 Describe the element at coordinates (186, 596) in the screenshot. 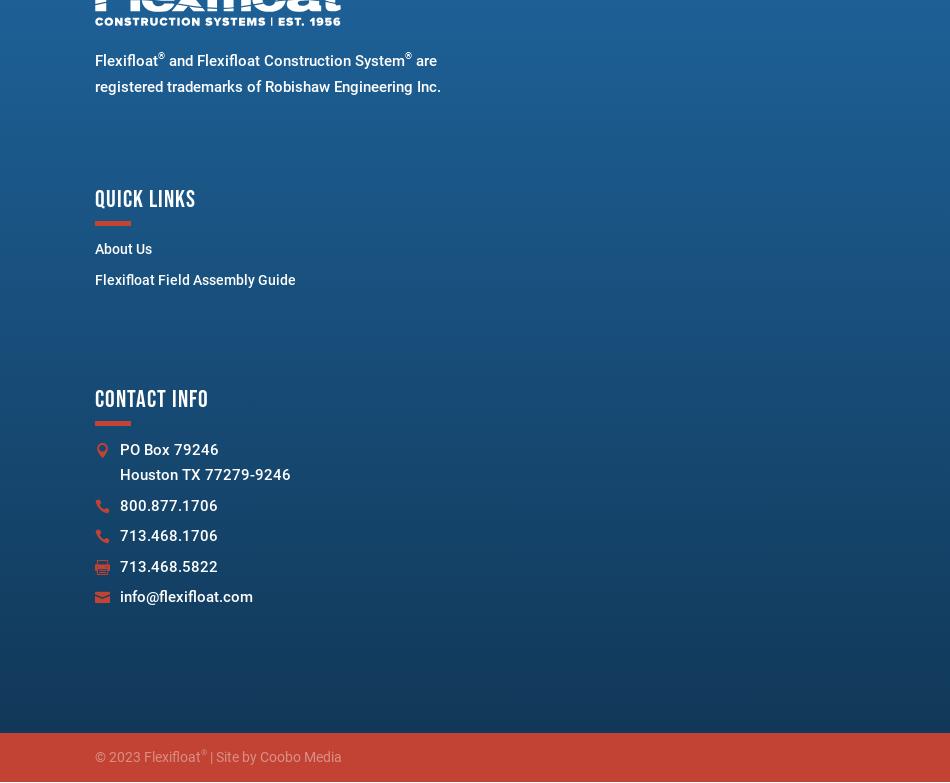

I see `'info@flexifloat.com'` at that location.